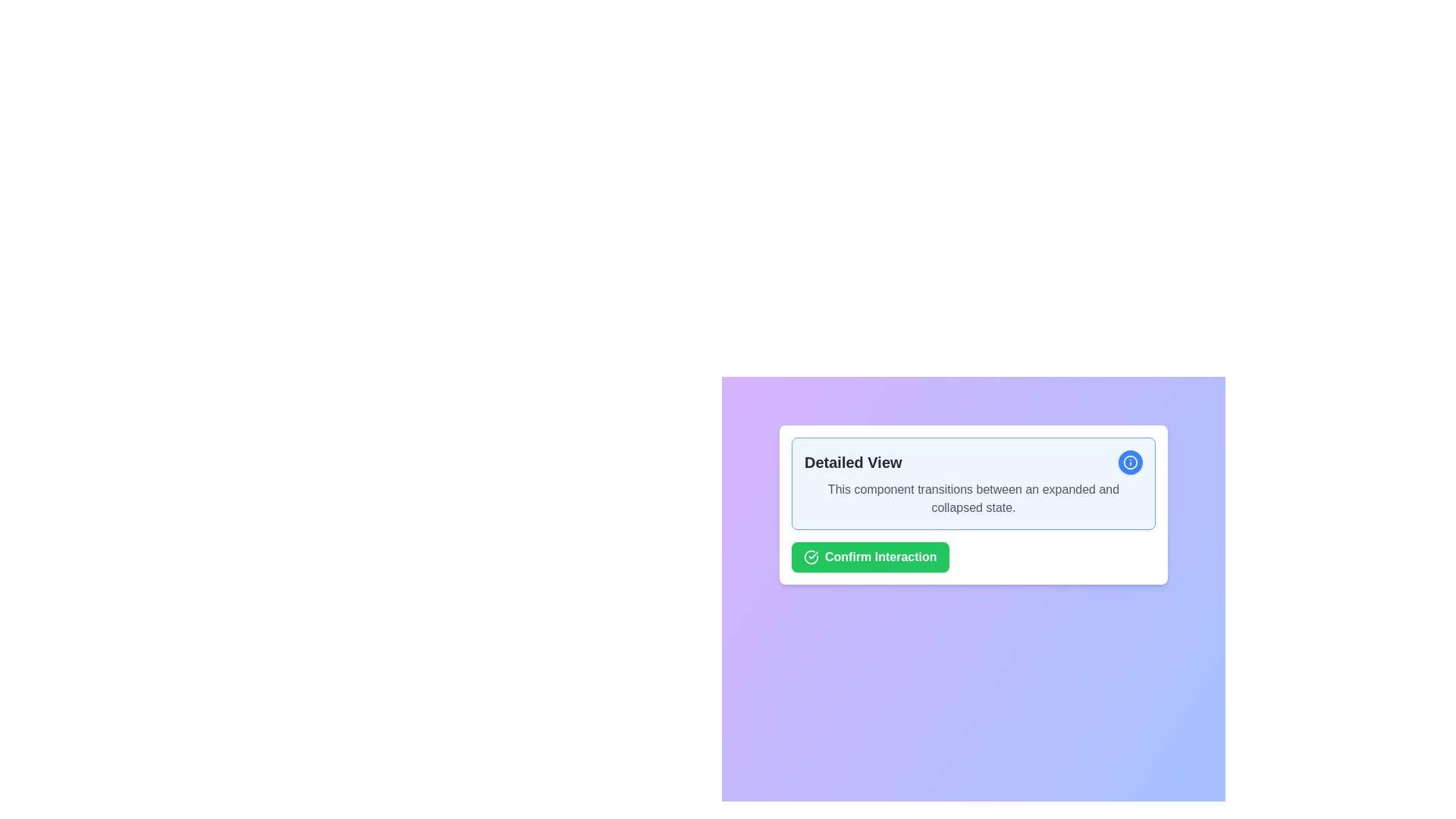  What do you see at coordinates (811, 557) in the screenshot?
I see `the decorative graphic inside the green button labeled 'Confirm Interaction' in the 'Detailed View' dialog box, which indicates confirmation or a successful action` at bounding box center [811, 557].